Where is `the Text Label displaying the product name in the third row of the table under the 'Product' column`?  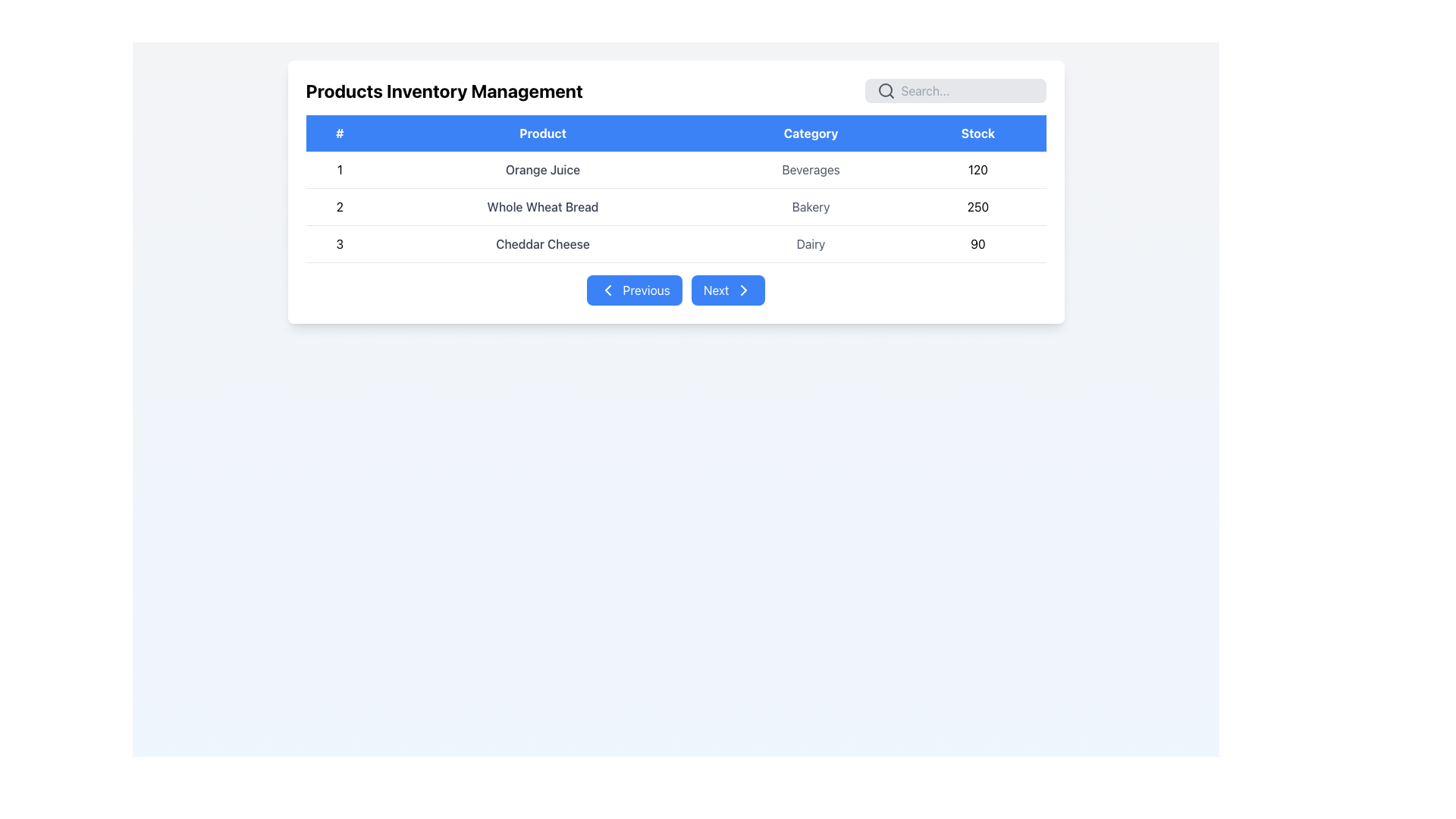 the Text Label displaying the product name in the third row of the table under the 'Product' column is located at coordinates (542, 243).